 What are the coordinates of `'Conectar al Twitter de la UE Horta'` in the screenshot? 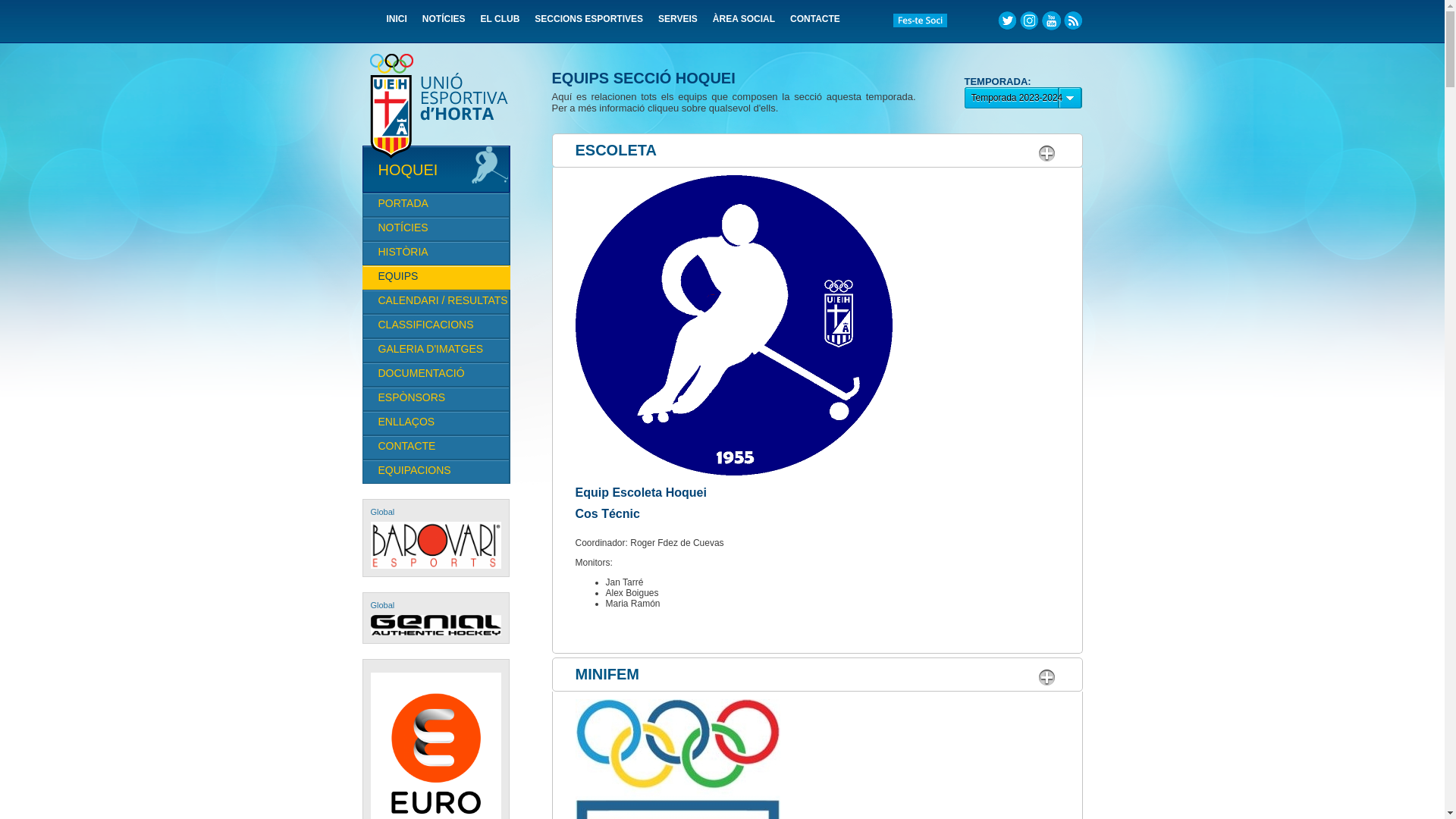 It's located at (997, 20).